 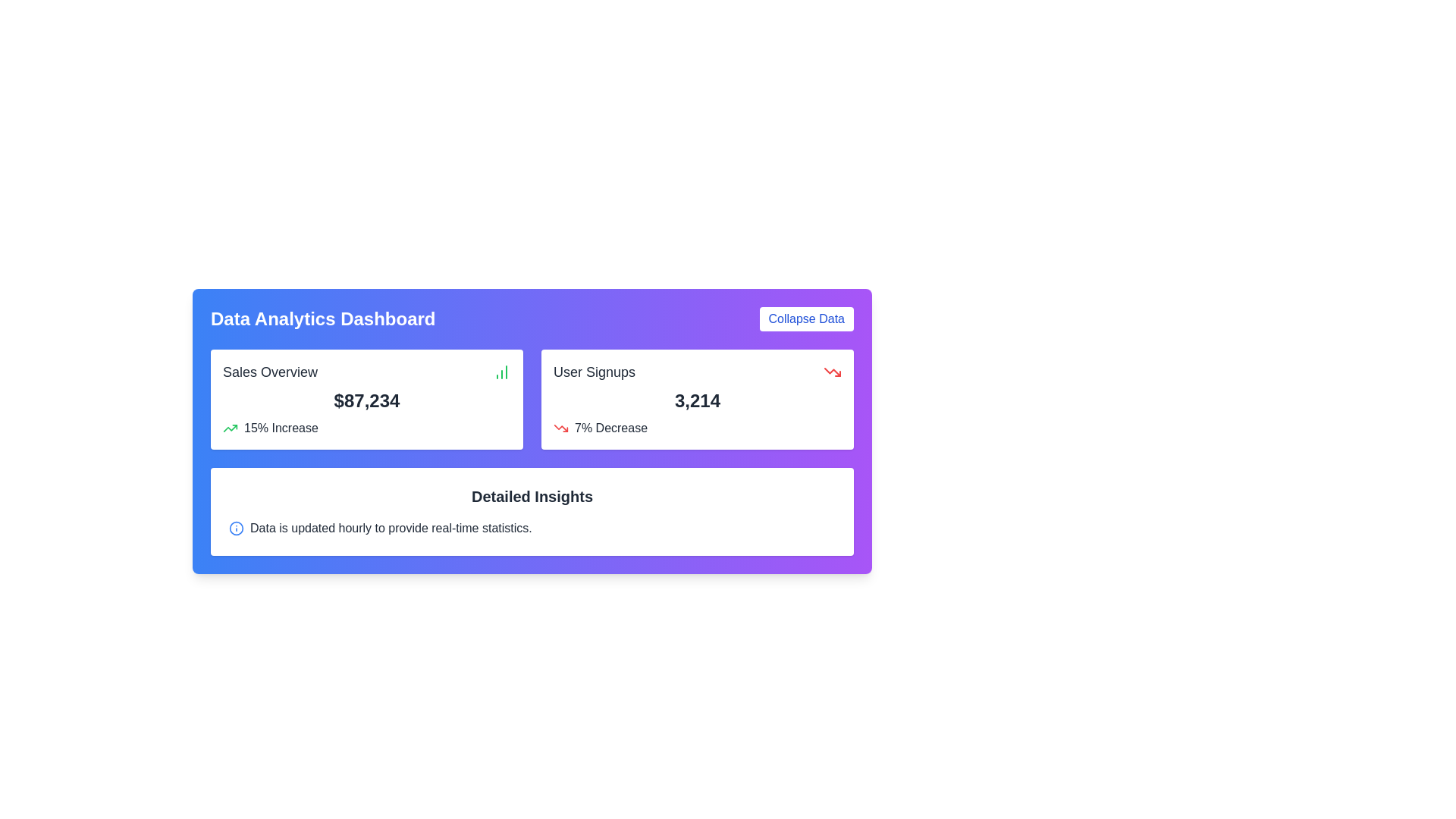 I want to click on the blue SVG Circle icon located in the 'Detailed Insights' section of the dashboard, which is positioned to the left of the text 'Data is updated hourly to provide real-time statistics.', so click(x=236, y=528).